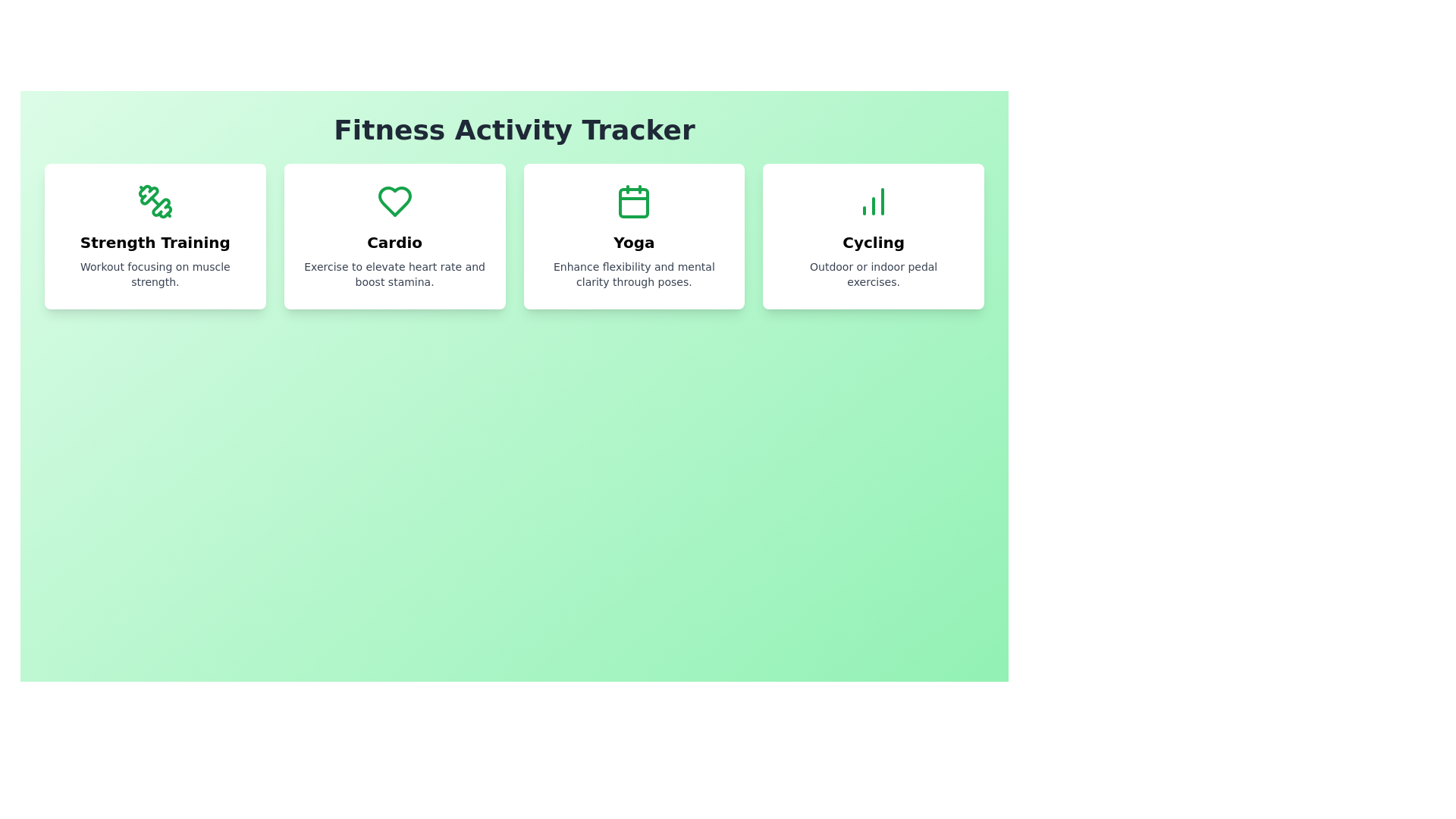 The width and height of the screenshot is (1456, 819). What do you see at coordinates (634, 242) in the screenshot?
I see `the bold text label saying 'Yoga' that is centrally aligned within the second card, located above a short descriptive sentence and below a green calendar icon` at bounding box center [634, 242].